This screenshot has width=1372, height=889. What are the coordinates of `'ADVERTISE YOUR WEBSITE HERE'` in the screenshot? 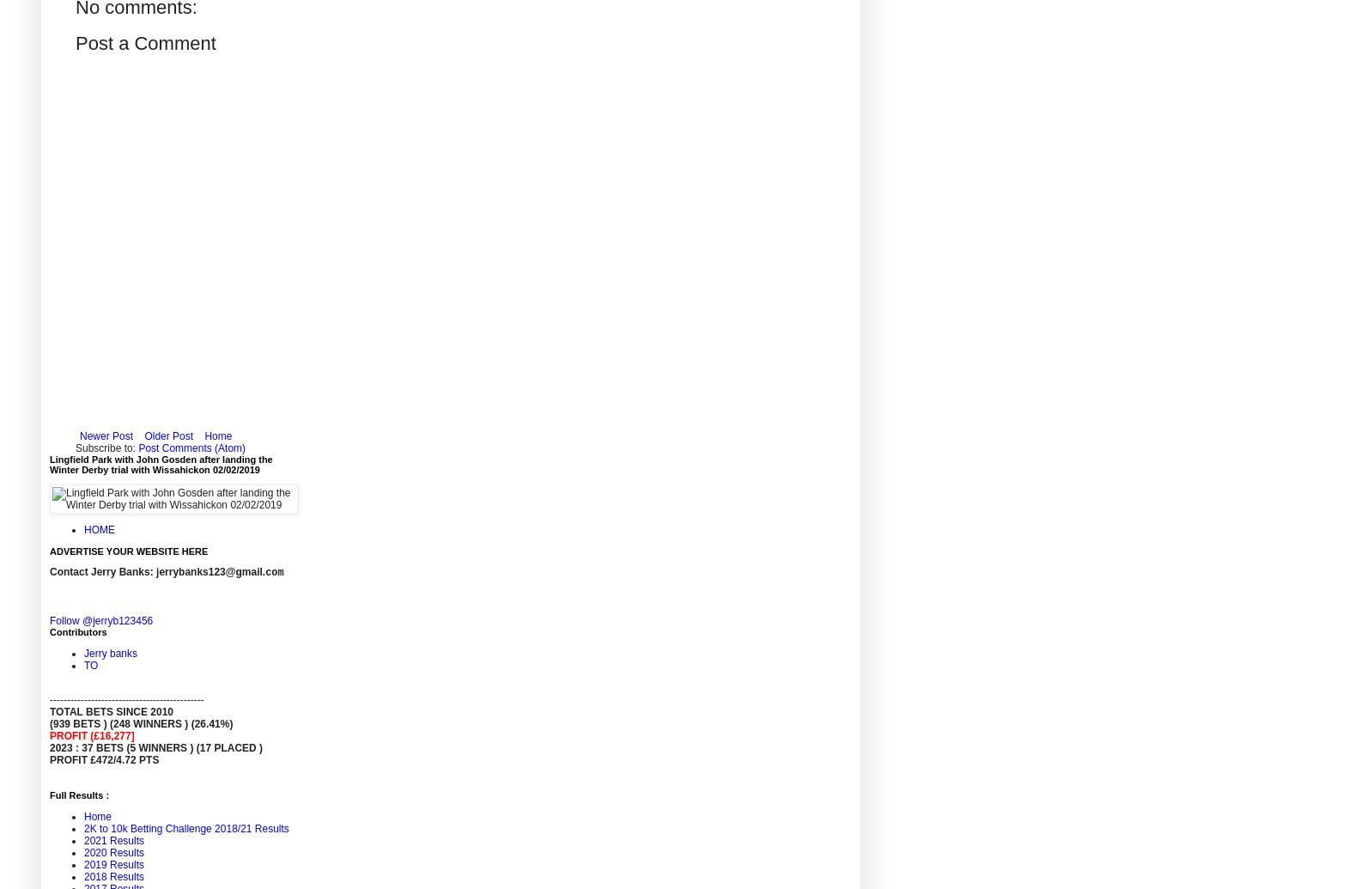 It's located at (49, 551).